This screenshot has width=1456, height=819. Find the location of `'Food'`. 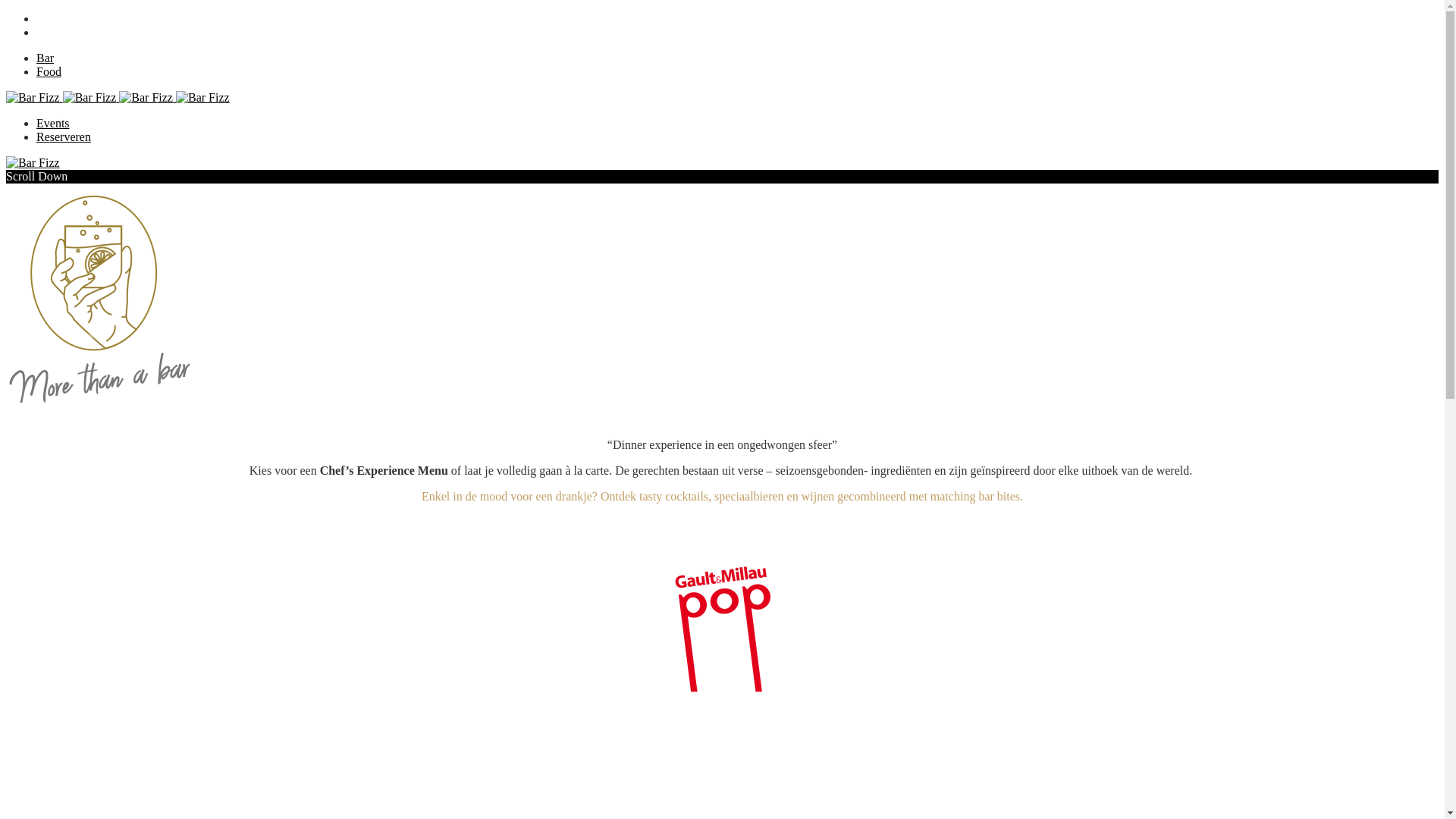

'Food' is located at coordinates (36, 71).